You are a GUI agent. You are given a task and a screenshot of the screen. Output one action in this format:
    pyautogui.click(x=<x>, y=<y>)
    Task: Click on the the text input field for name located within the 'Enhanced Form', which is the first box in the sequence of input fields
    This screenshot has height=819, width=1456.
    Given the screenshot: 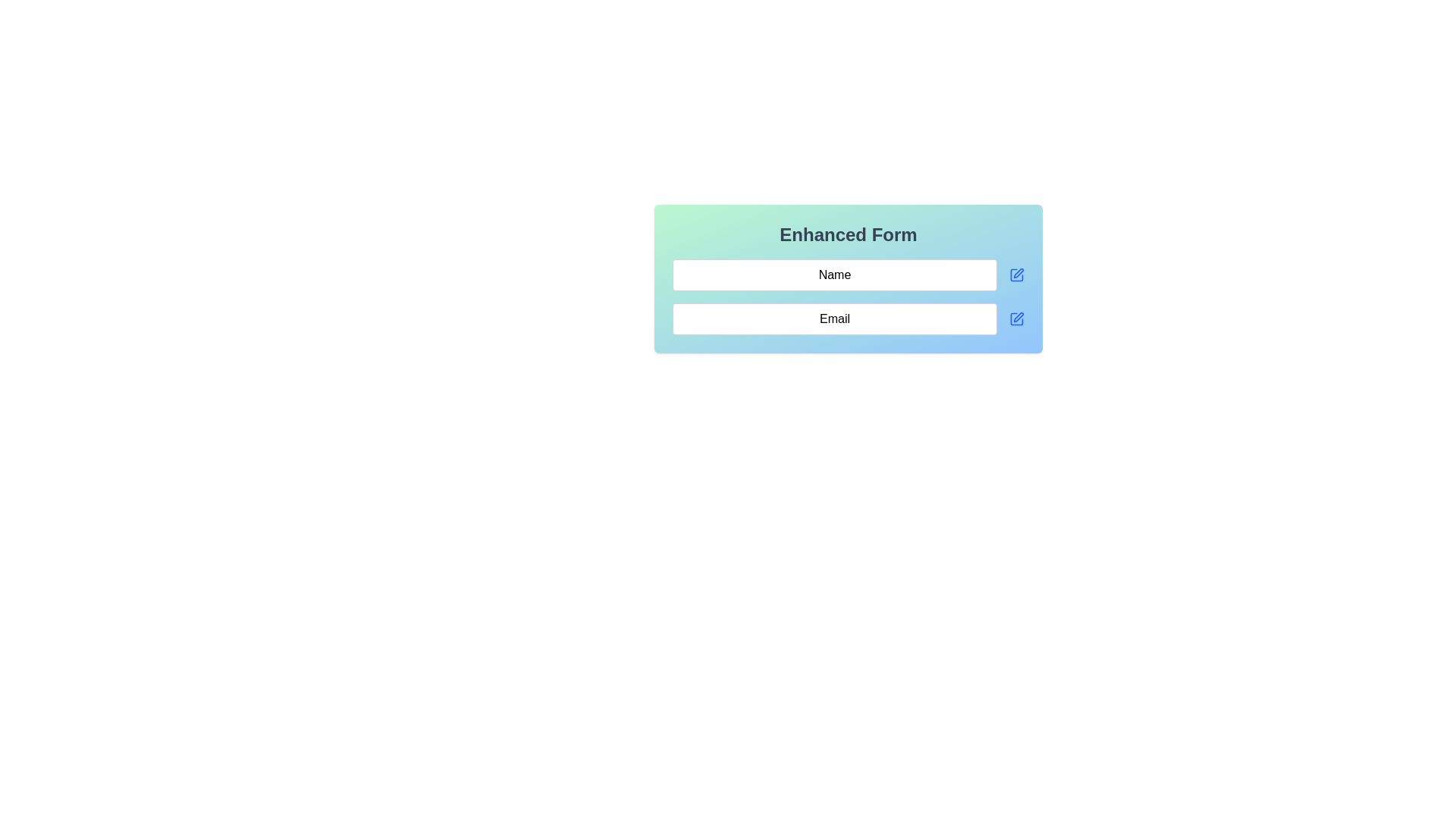 What is the action you would take?
    pyautogui.click(x=833, y=275)
    